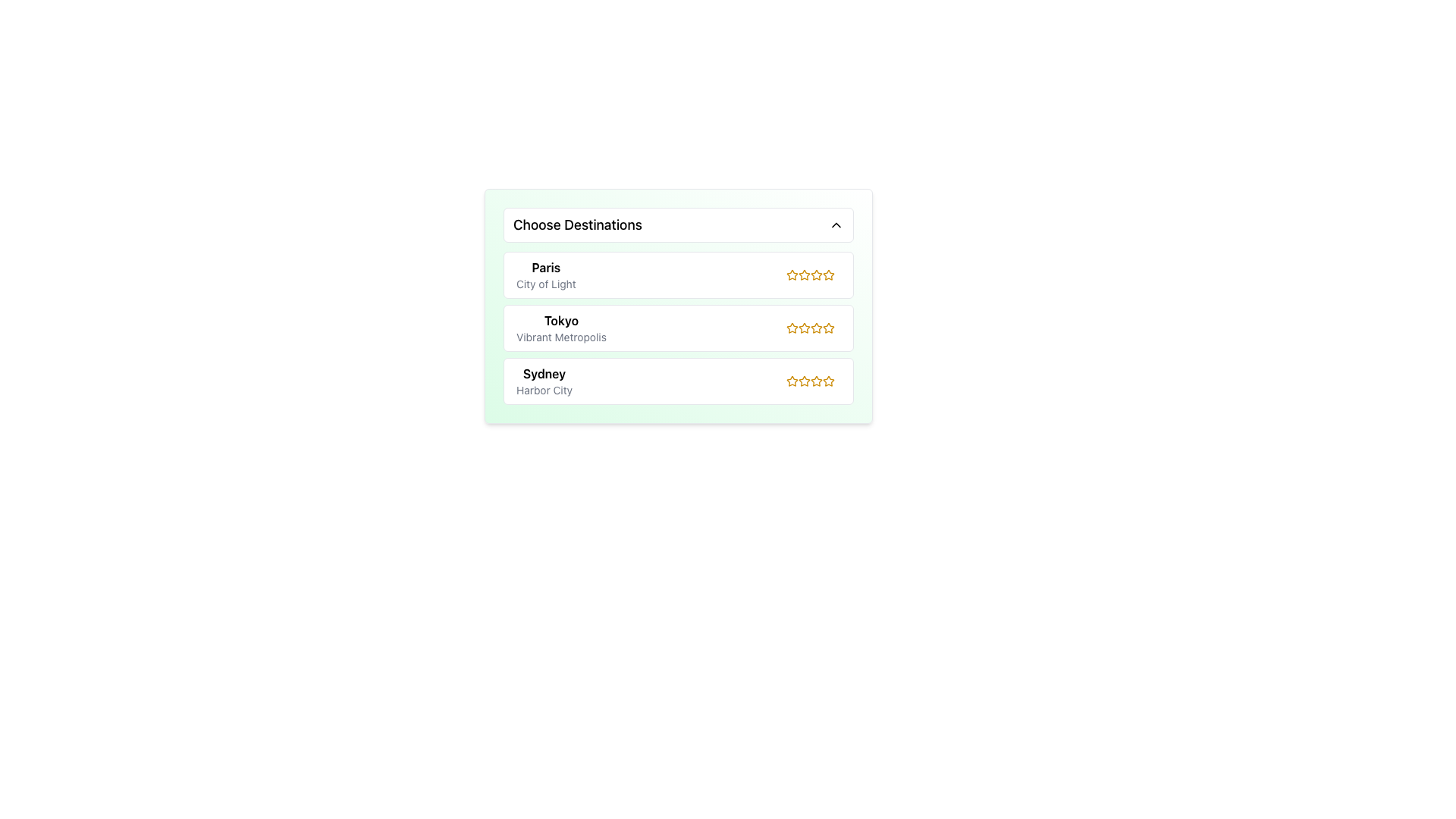 The height and width of the screenshot is (819, 1456). Describe the element at coordinates (546, 284) in the screenshot. I see `the static text element displaying 'City of Light', which is a smaller gray text styled with 'text-sm text-gray-500', located directly below the bold text 'Paris' in a vertical list of destinations` at that location.